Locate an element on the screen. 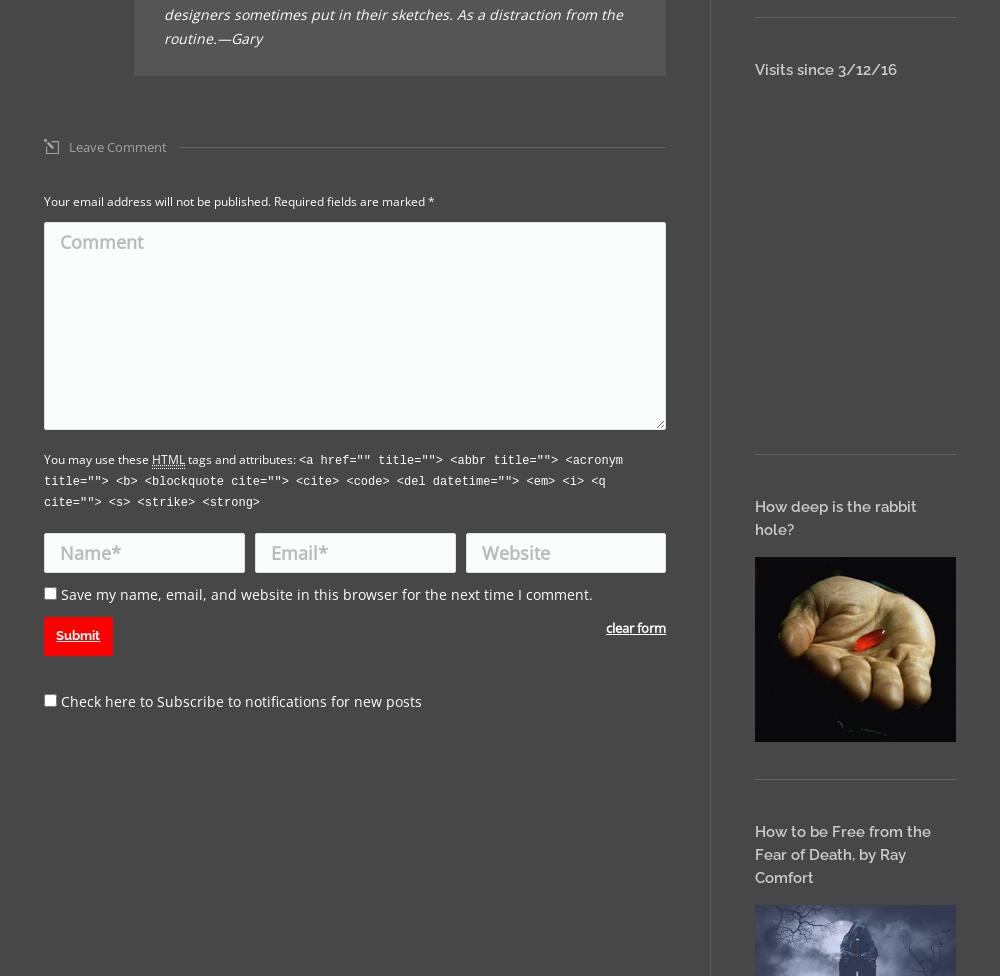 This screenshot has height=976, width=1000. 'Your email address will not be published. Required fields are marked' is located at coordinates (235, 200).